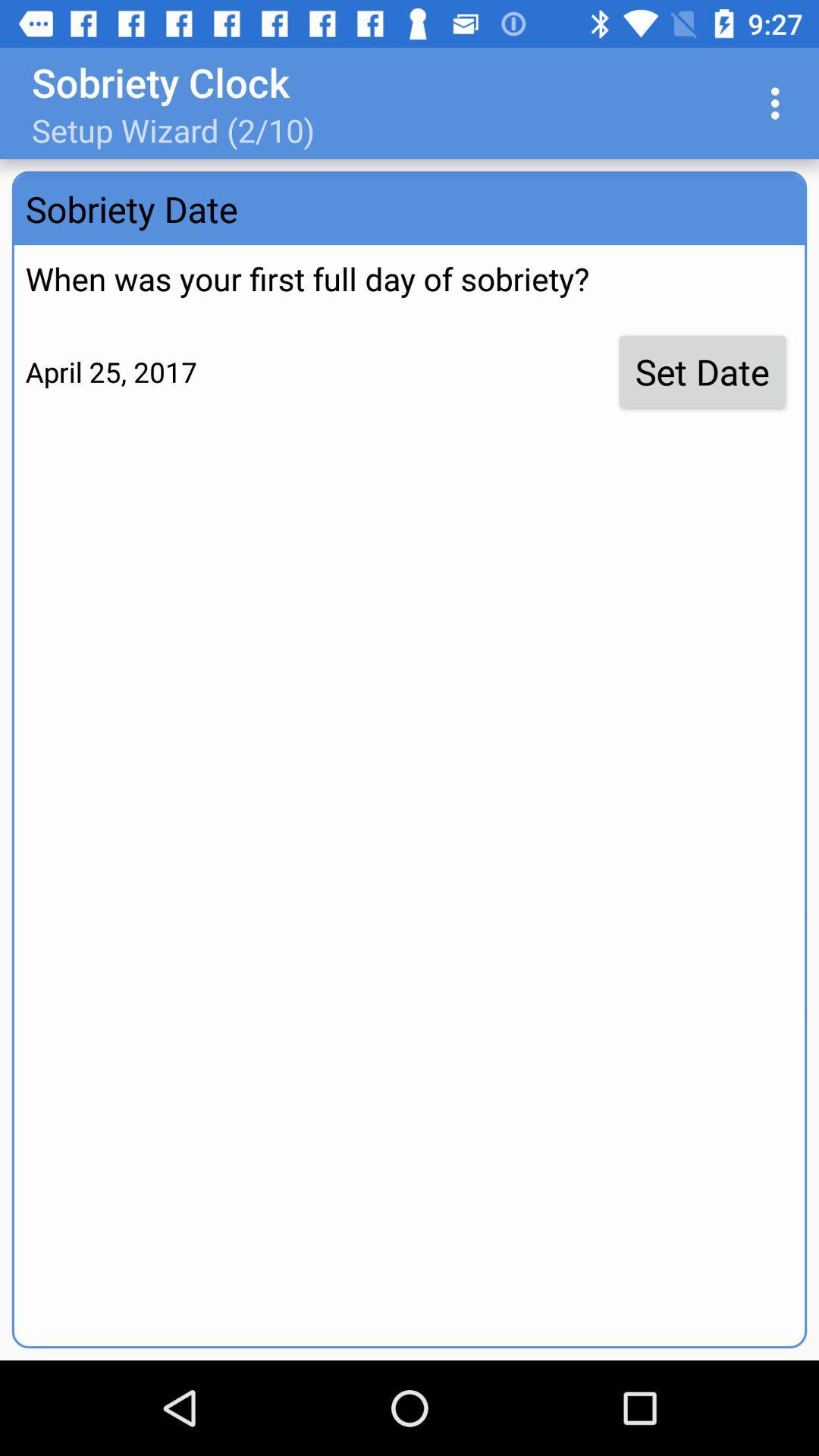 This screenshot has height=1456, width=819. I want to click on item next to the setup wizard 2 icon, so click(779, 102).